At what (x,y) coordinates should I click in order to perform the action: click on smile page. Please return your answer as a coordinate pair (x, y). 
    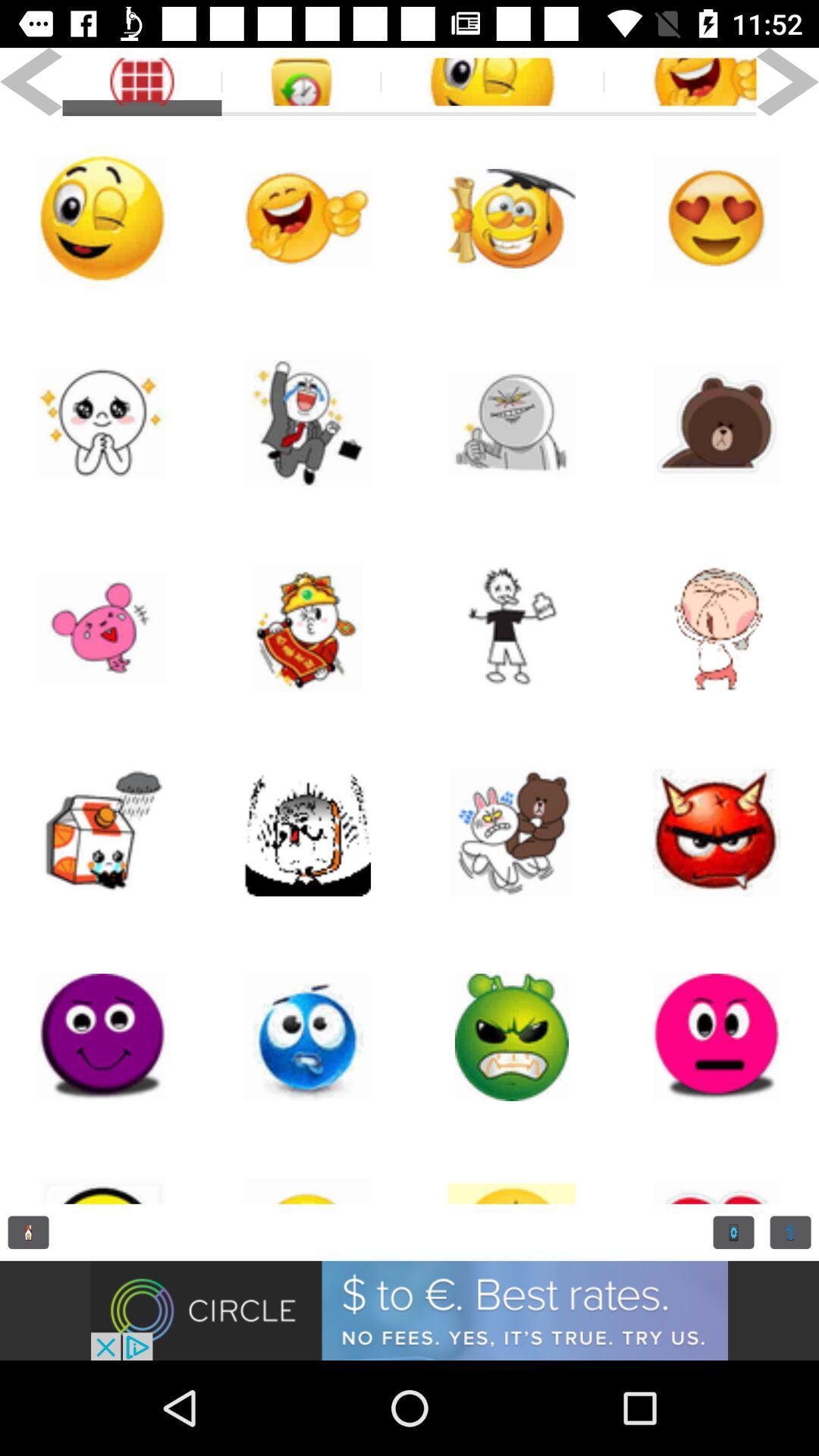
    Looking at the image, I should click on (717, 1037).